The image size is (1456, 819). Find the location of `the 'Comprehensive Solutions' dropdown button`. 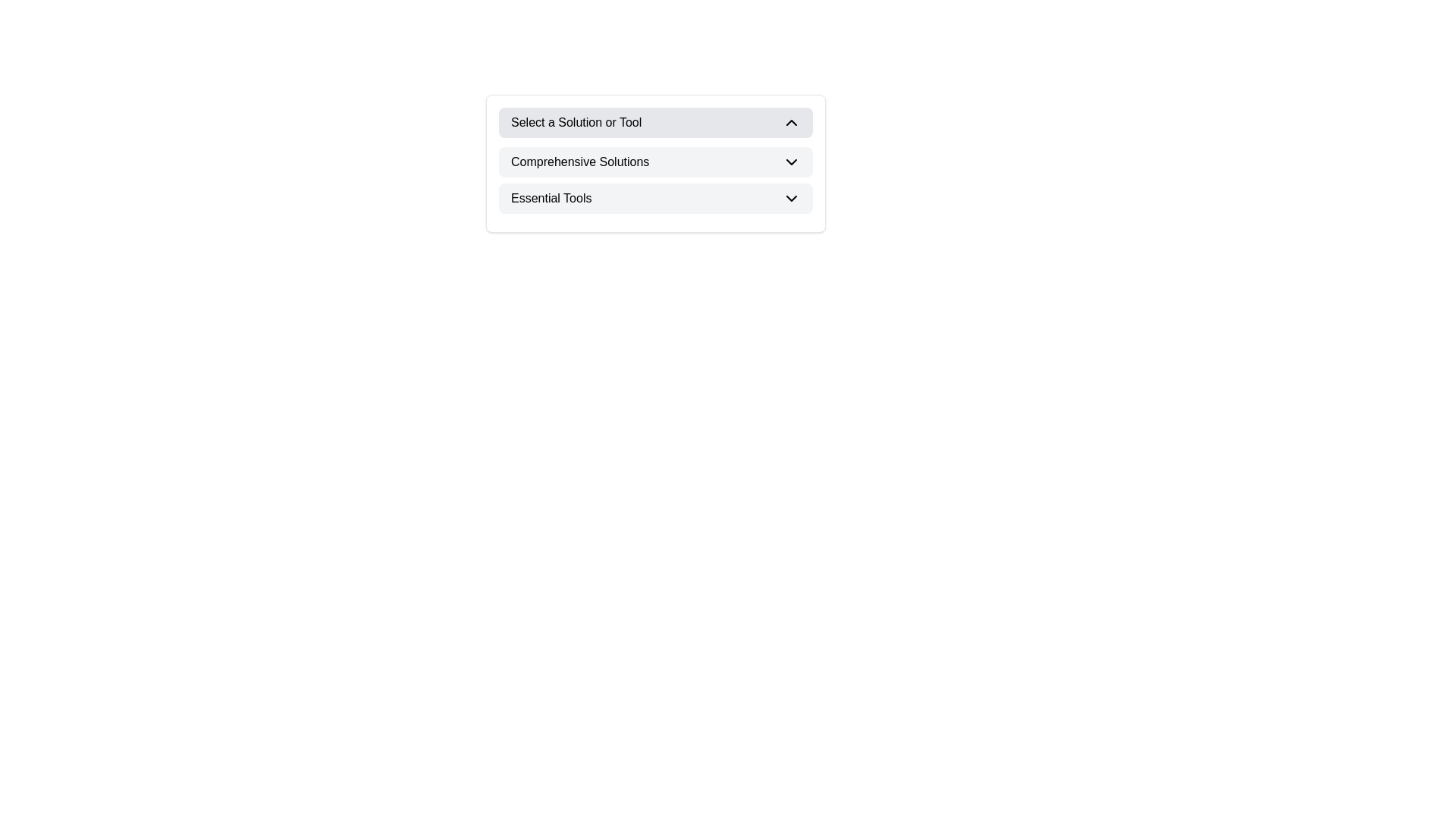

the 'Comprehensive Solutions' dropdown button is located at coordinates (655, 180).